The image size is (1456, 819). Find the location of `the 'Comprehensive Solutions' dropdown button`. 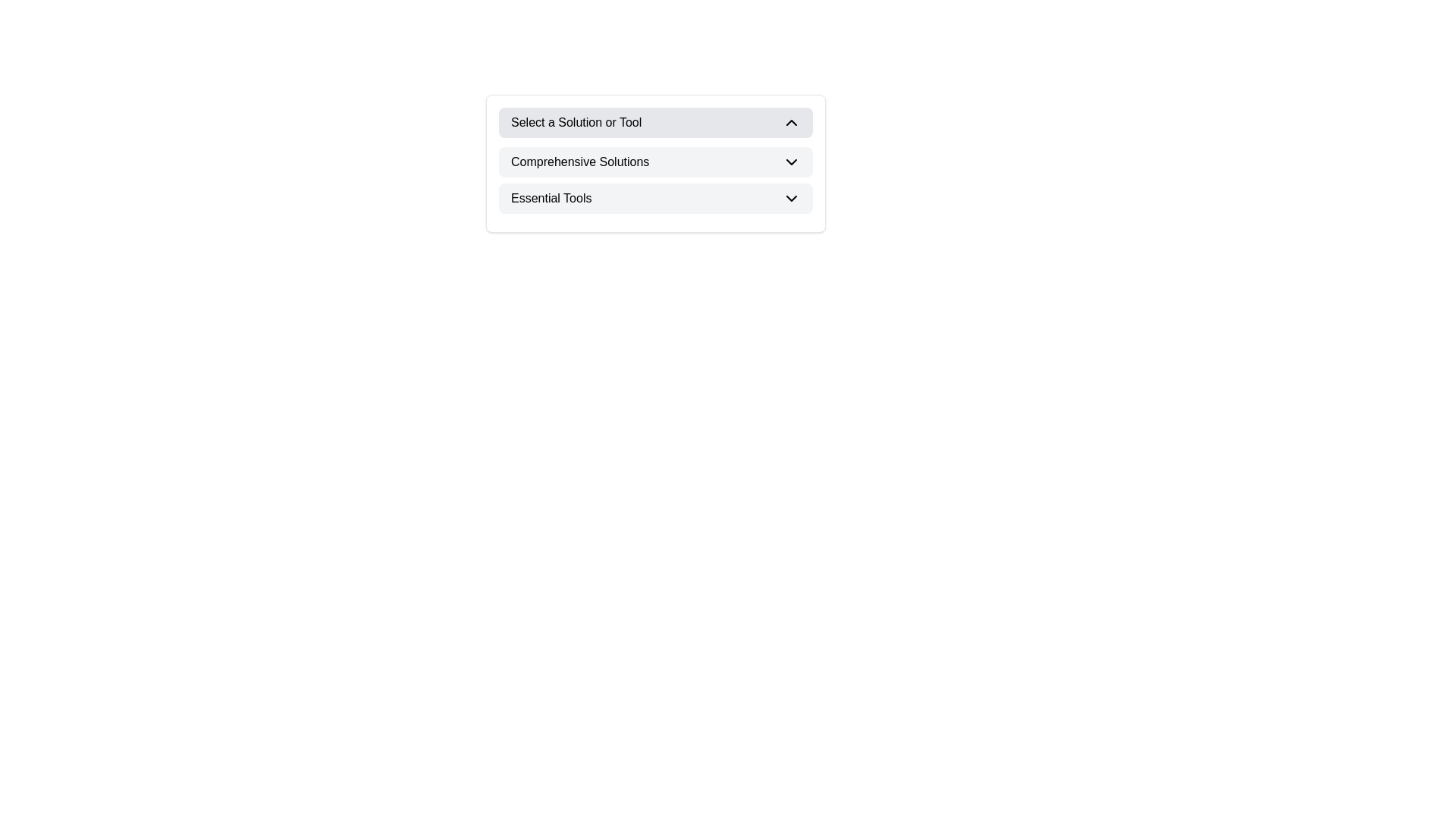

the 'Comprehensive Solutions' dropdown button is located at coordinates (655, 180).